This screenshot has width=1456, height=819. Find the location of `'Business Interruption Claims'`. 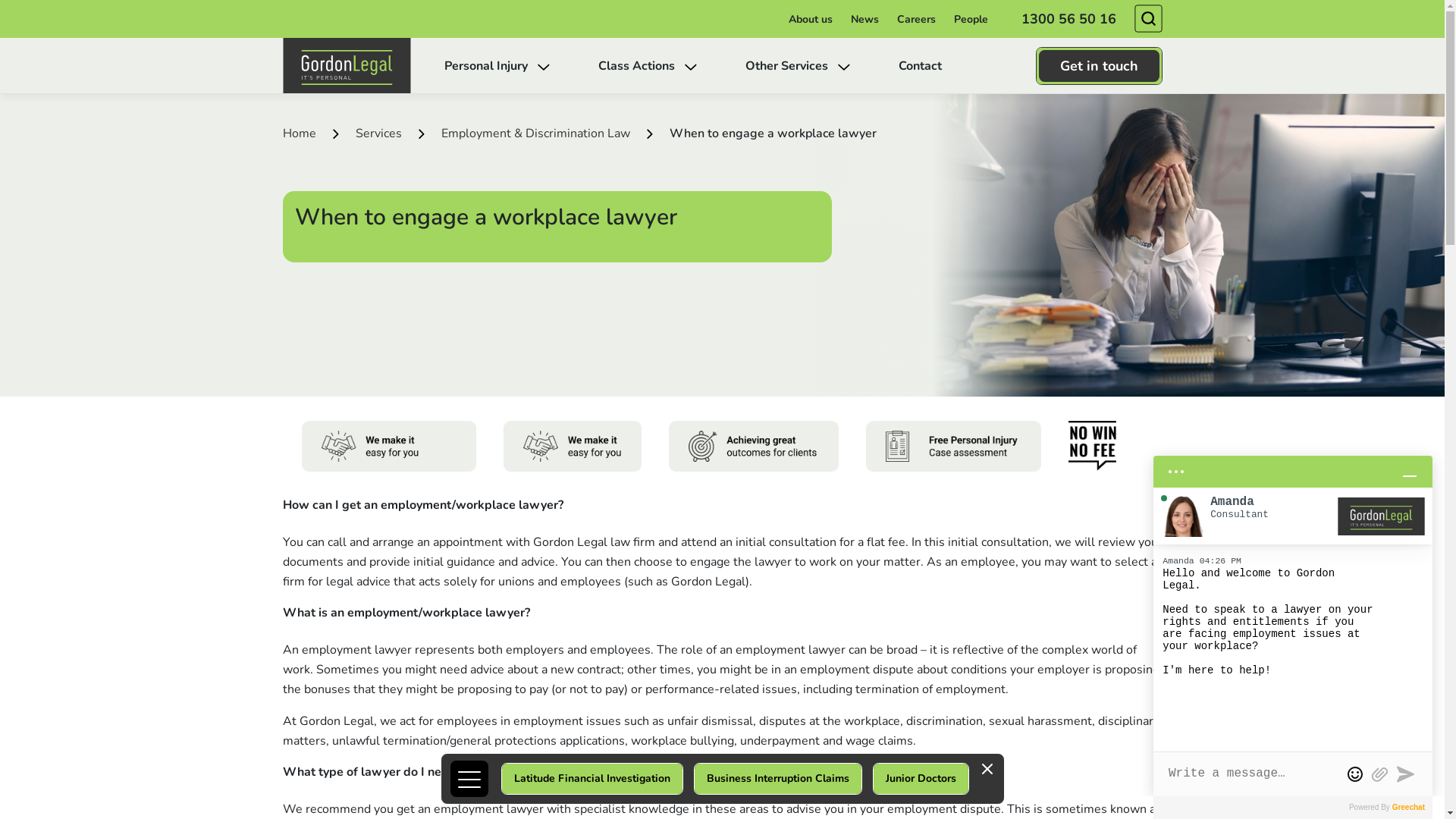

'Business Interruption Claims' is located at coordinates (693, 778).